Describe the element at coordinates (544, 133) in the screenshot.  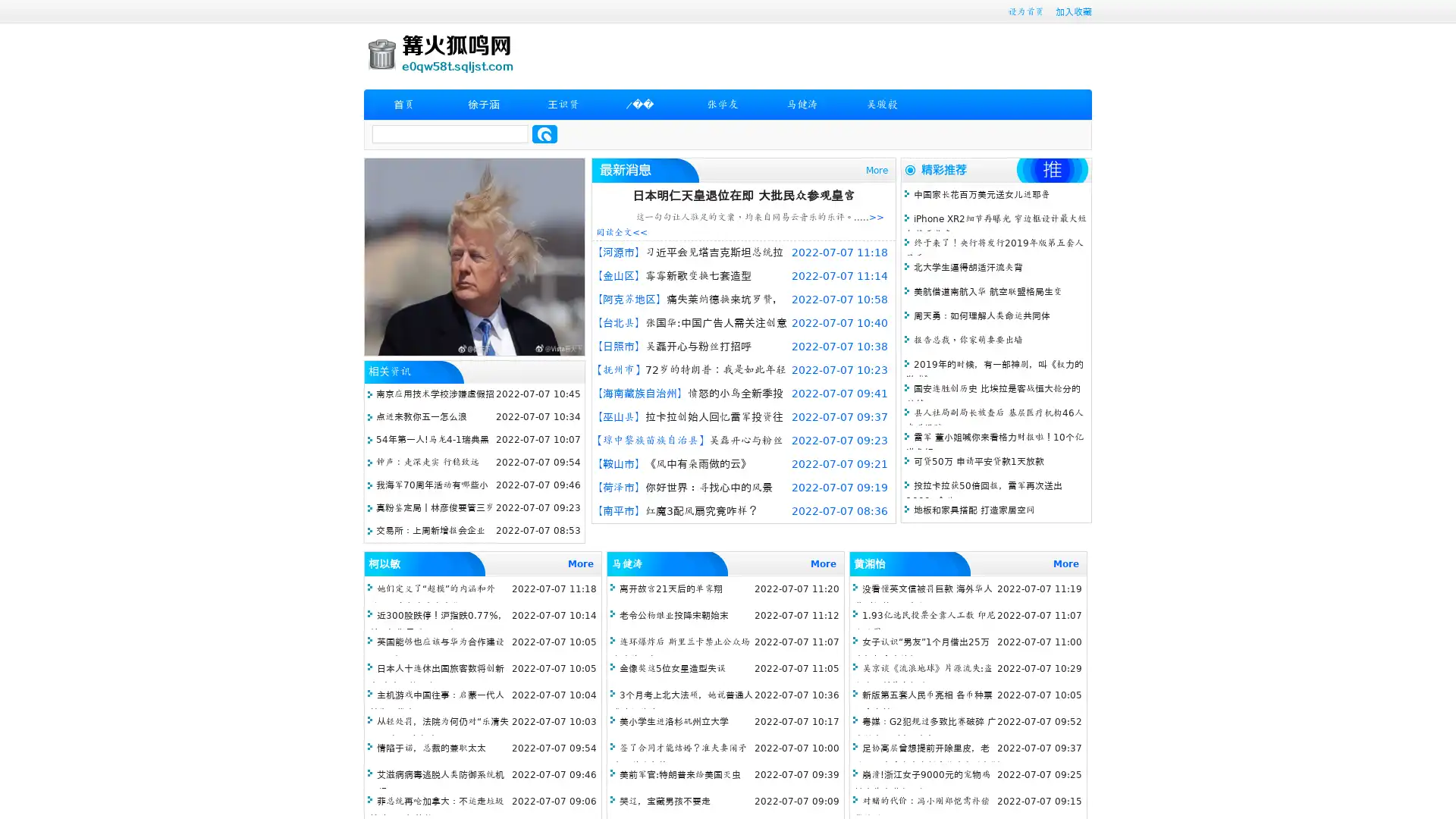
I see `Search` at that location.